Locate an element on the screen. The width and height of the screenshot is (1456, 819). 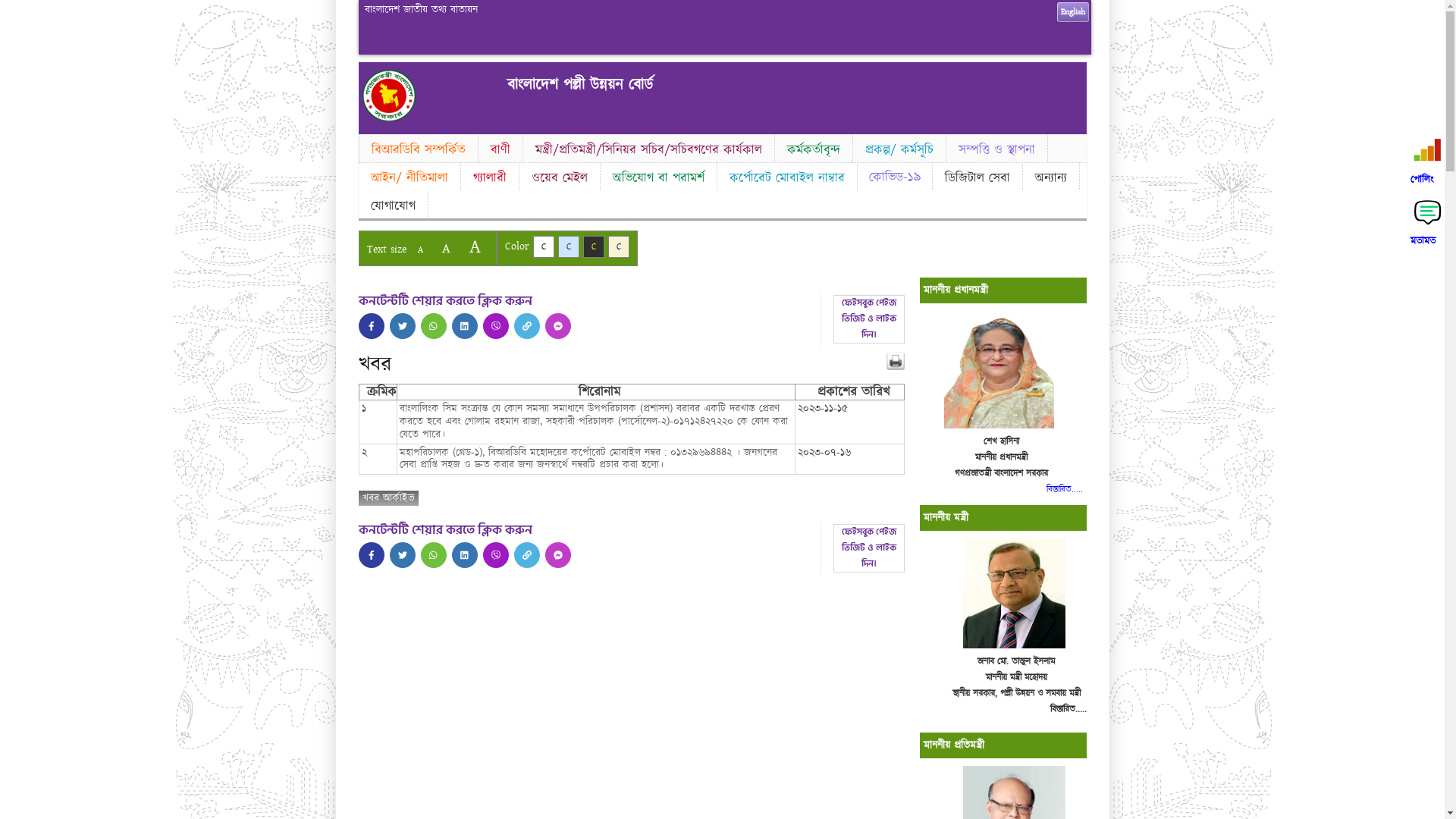
'A' is located at coordinates (473, 246).